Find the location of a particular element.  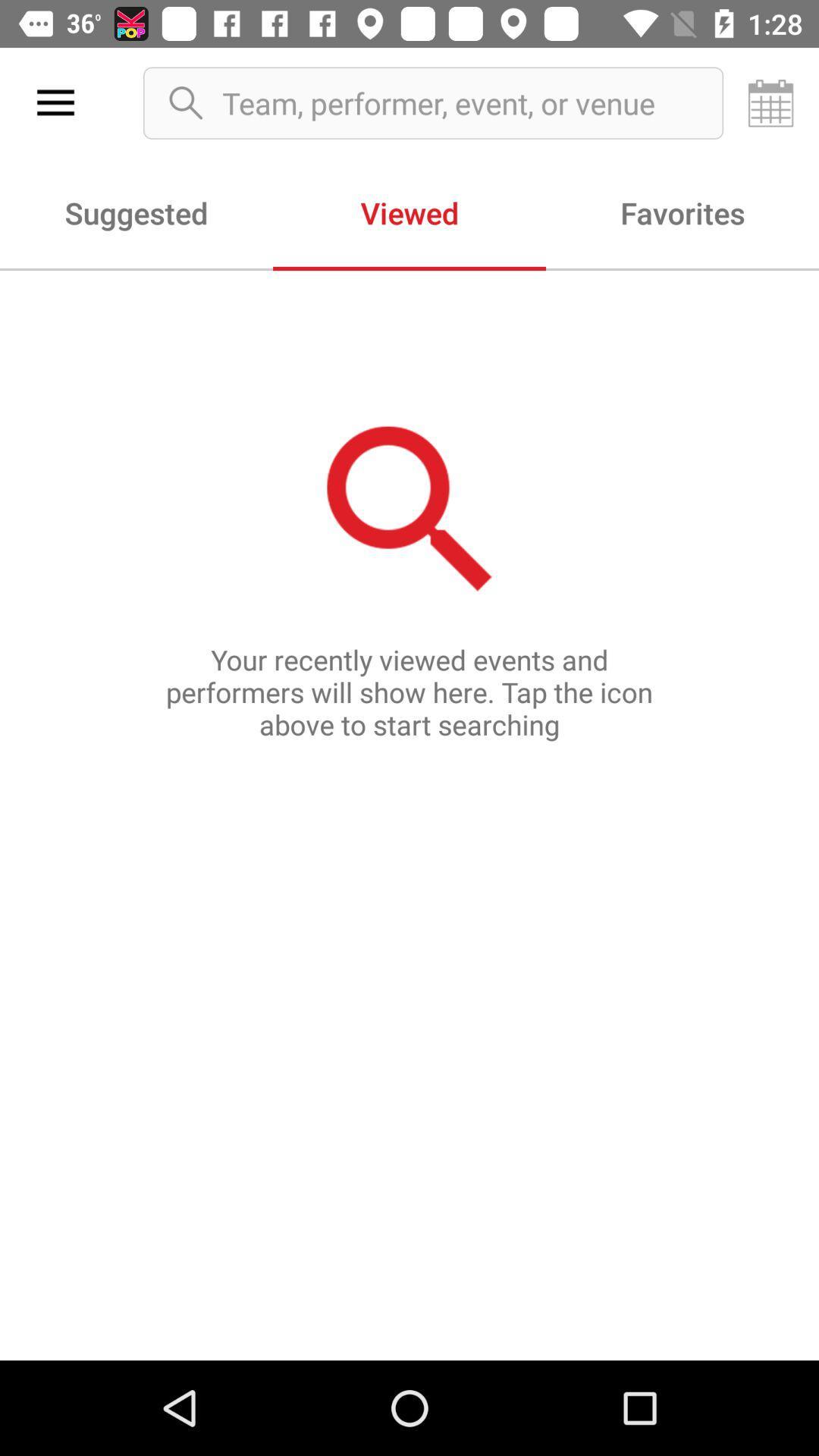

favorites icon is located at coordinates (681, 212).